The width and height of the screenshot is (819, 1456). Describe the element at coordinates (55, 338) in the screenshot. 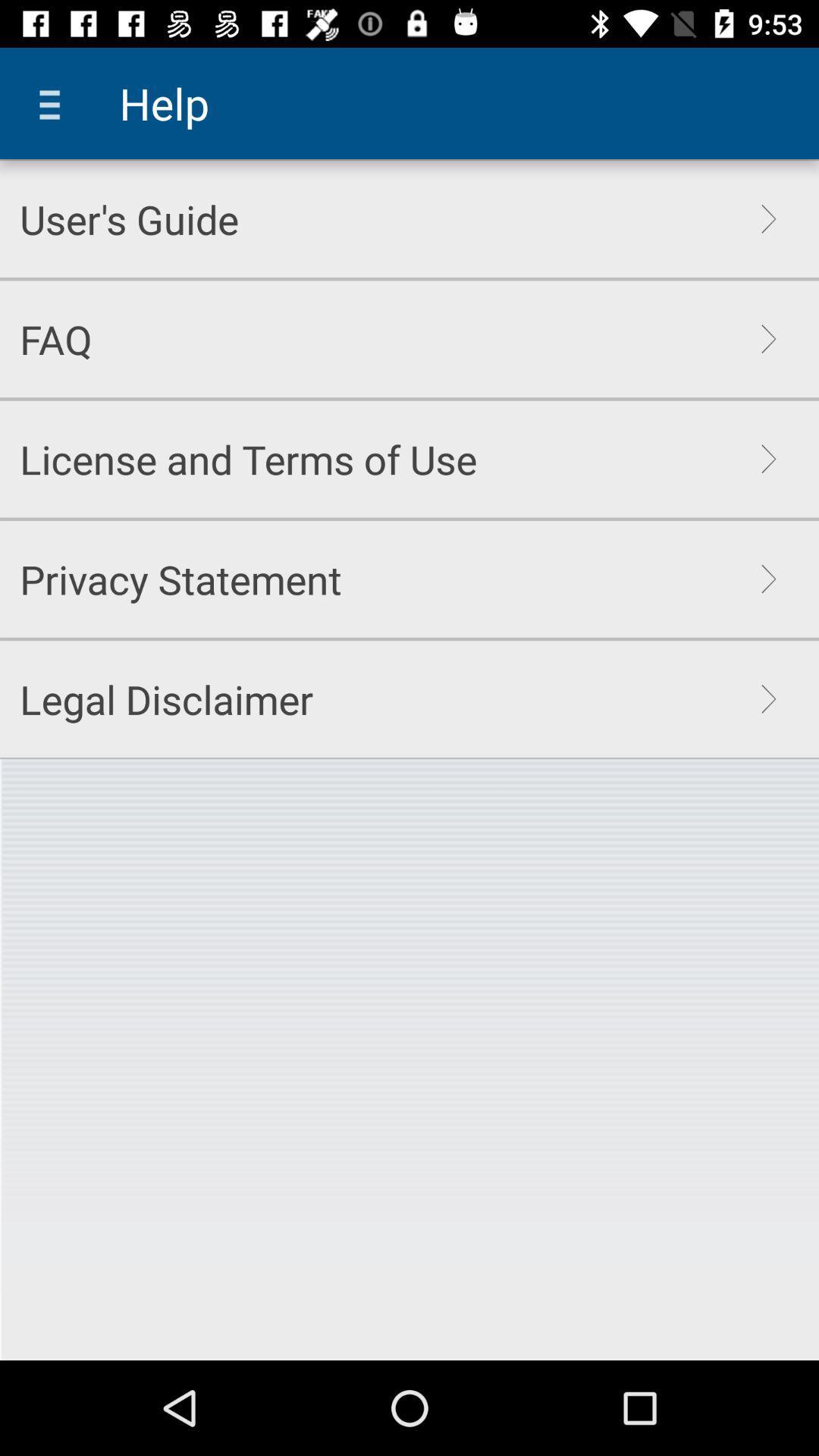

I see `item above license and terms` at that location.